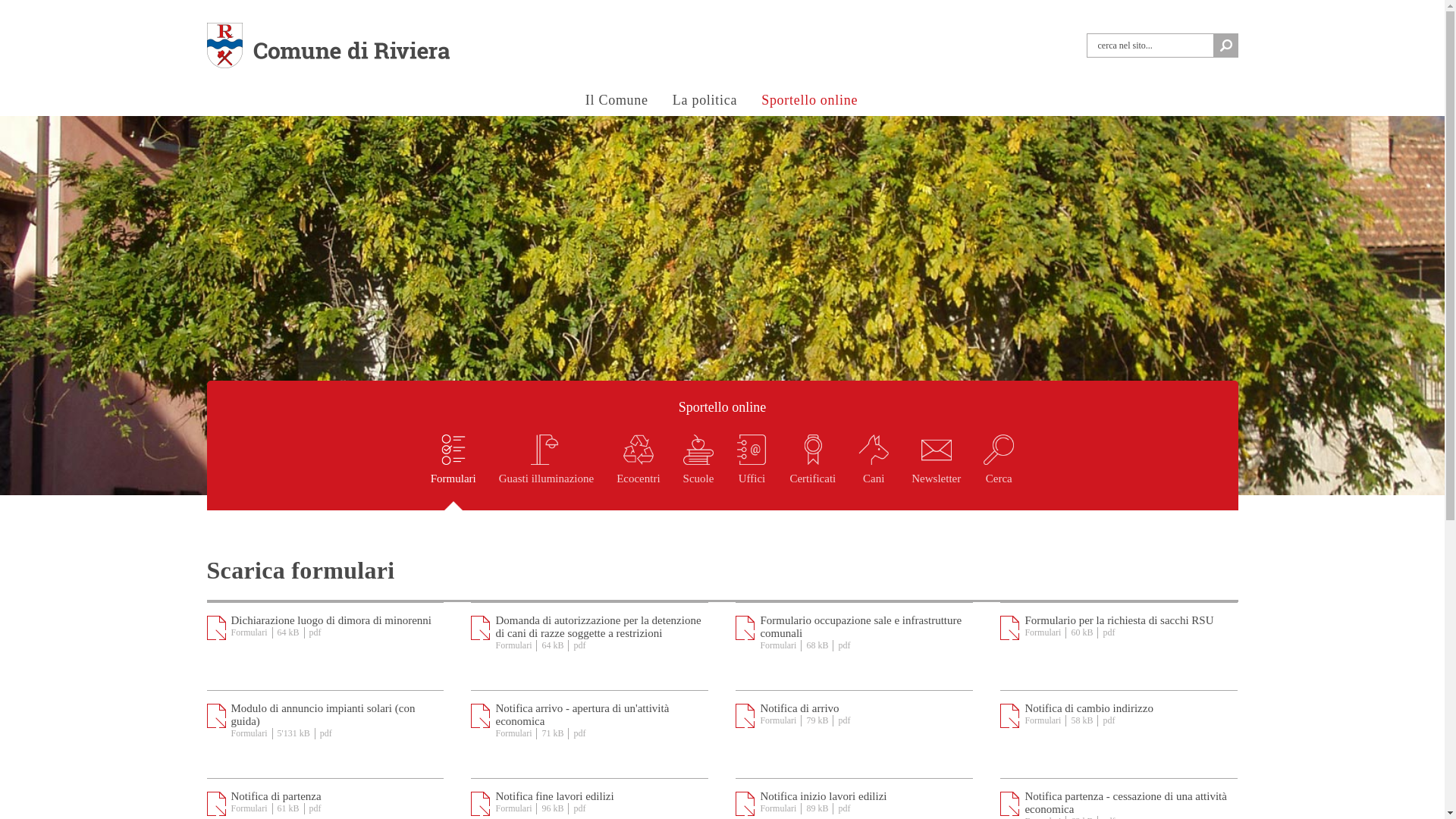 The height and width of the screenshot is (819, 1456). Describe the element at coordinates (811, 472) in the screenshot. I see `'Certificati'` at that location.